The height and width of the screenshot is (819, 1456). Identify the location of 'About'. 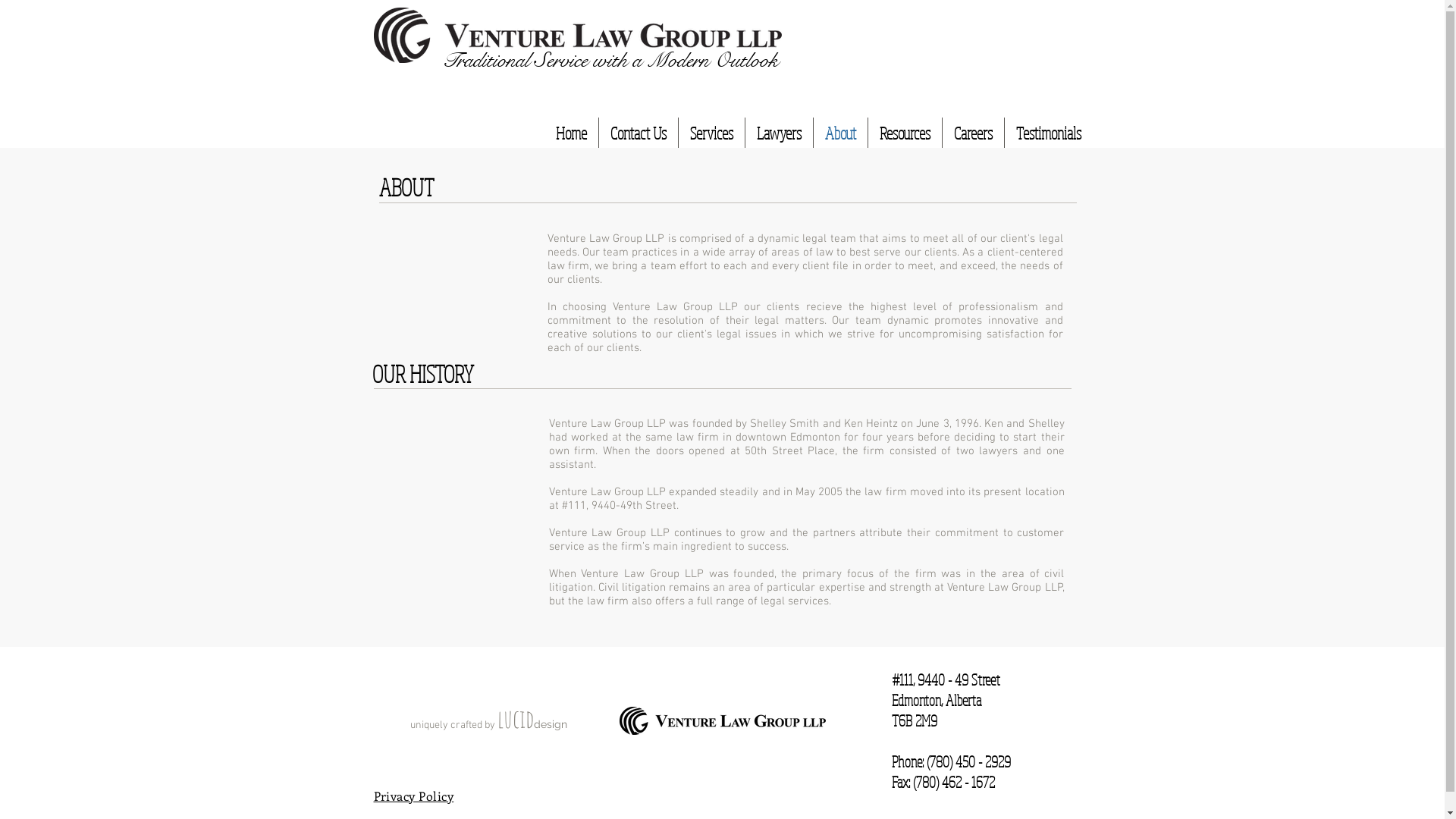
(811, 131).